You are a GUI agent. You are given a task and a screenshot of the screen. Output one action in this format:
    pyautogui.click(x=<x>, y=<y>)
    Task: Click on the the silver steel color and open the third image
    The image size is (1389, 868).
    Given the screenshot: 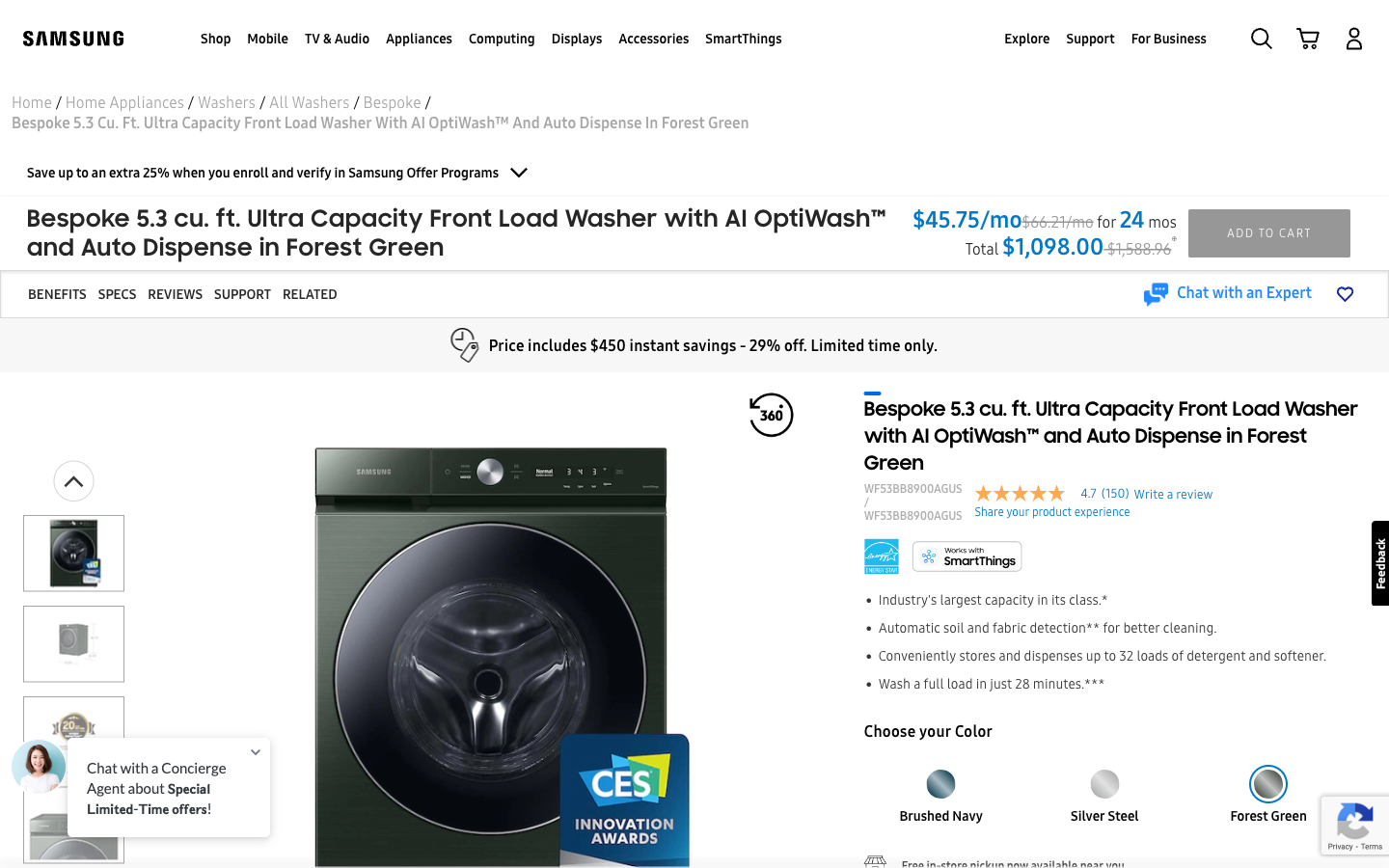 What is the action you would take?
    pyautogui.click(x=1103, y=777)
    